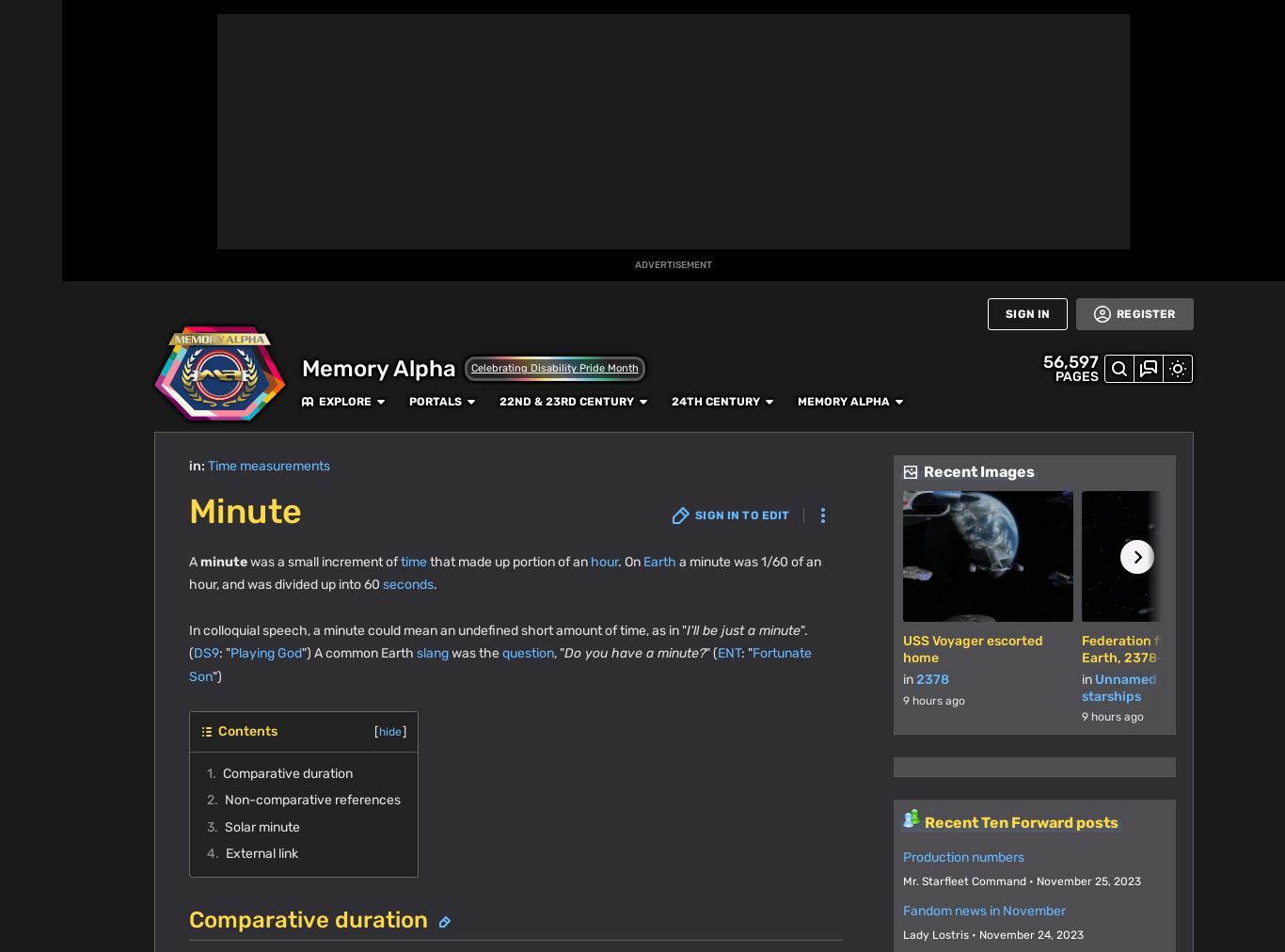 The width and height of the screenshot is (1285, 952). I want to click on 'Contact', so click(470, 899).